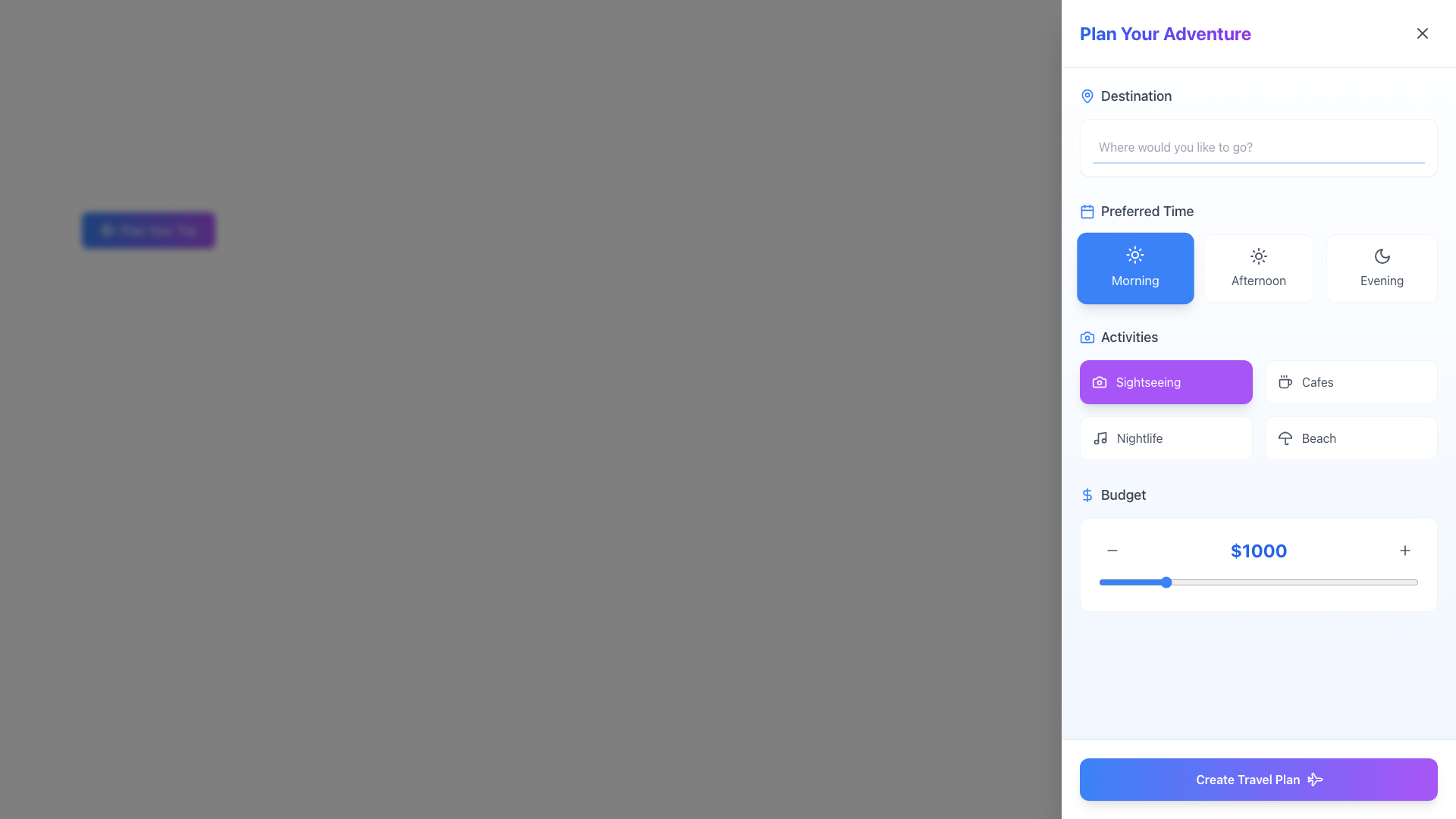 This screenshot has width=1456, height=819. What do you see at coordinates (1102, 437) in the screenshot?
I see `music-related icon located in the right sidebar of the interface within the 'Activities' section for debugging purposes` at bounding box center [1102, 437].